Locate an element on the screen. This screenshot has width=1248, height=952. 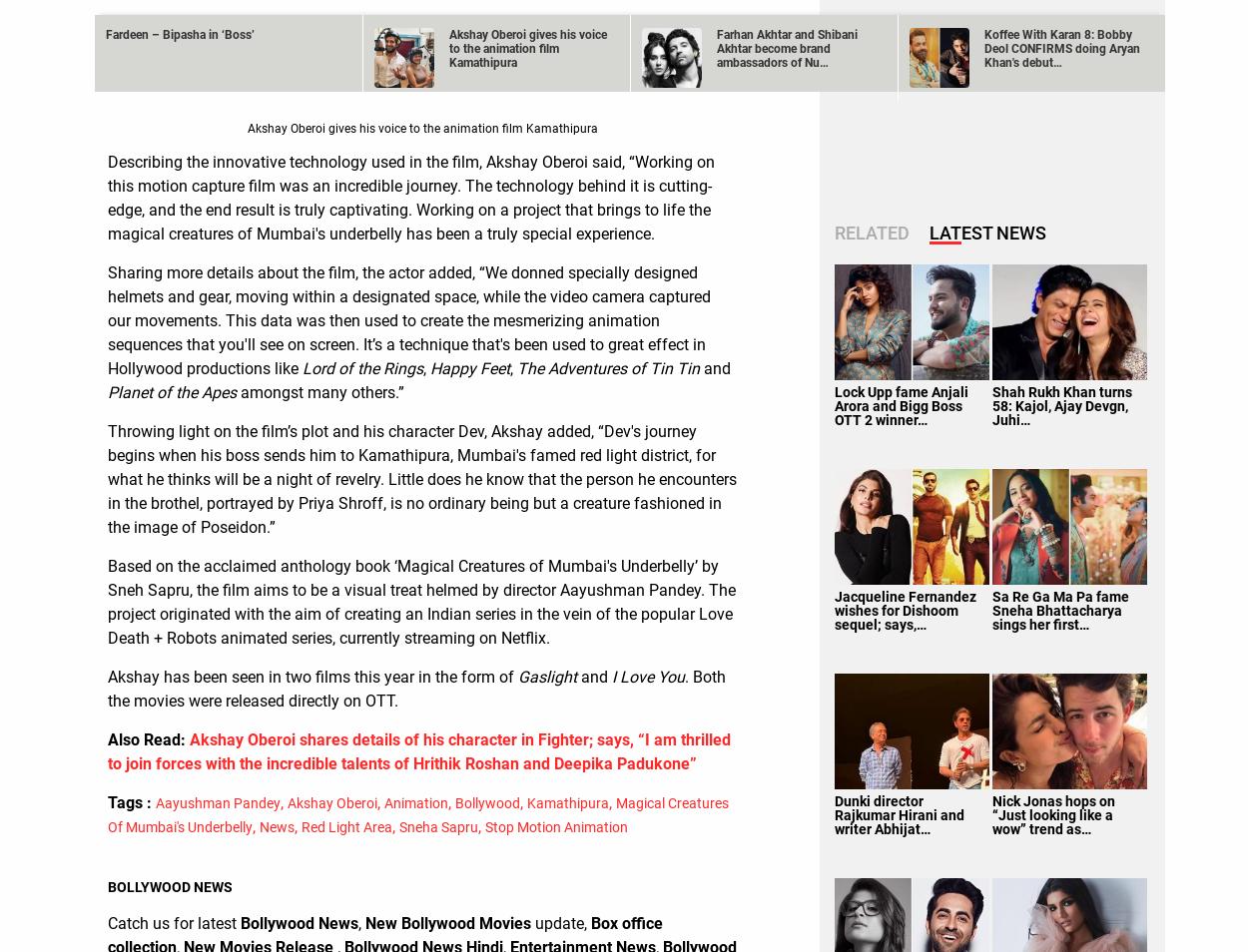
'The Adventures of Tin Tin' is located at coordinates (607, 367).